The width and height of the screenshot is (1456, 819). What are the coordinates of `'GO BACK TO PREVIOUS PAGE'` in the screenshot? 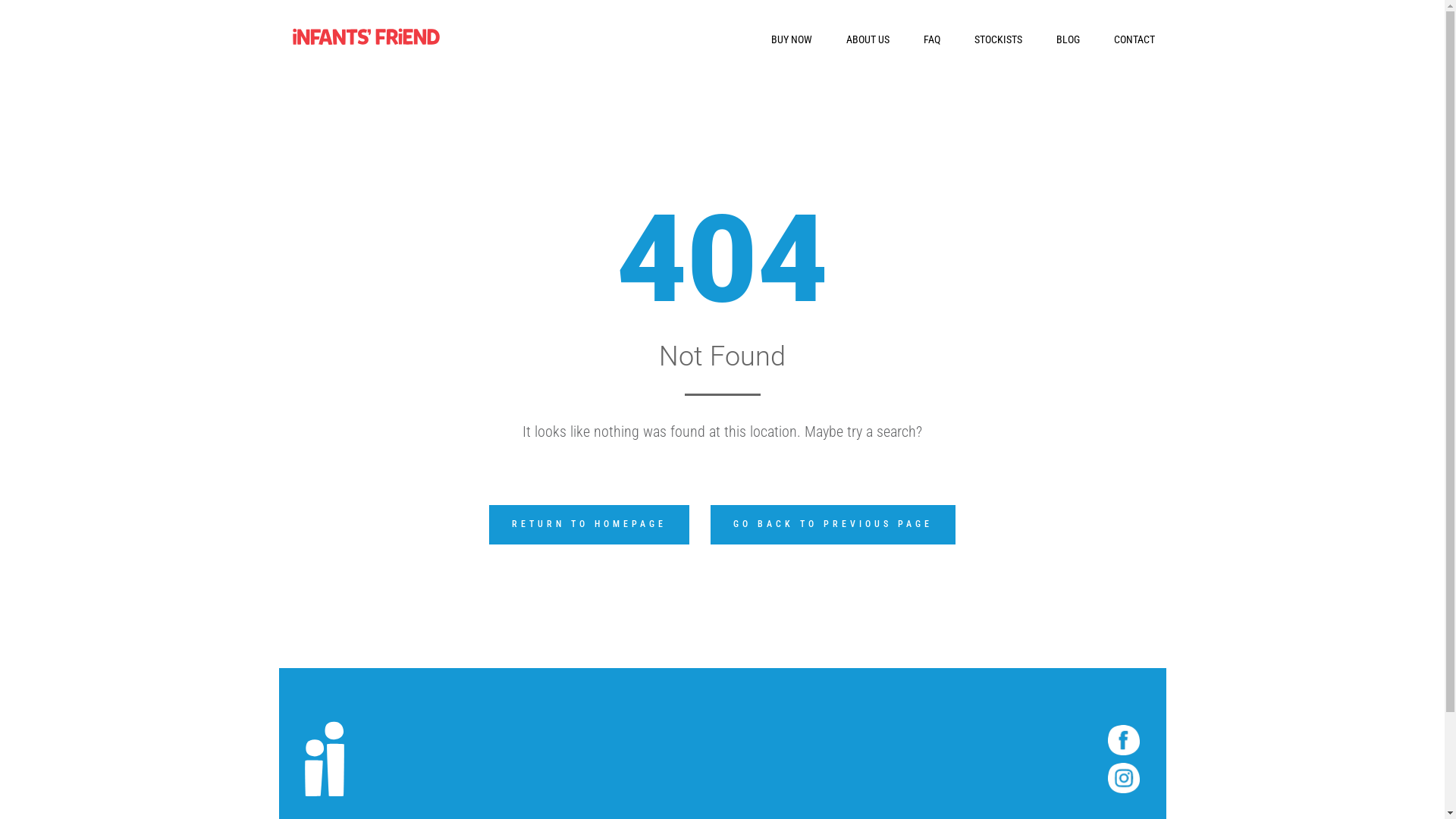 It's located at (832, 523).